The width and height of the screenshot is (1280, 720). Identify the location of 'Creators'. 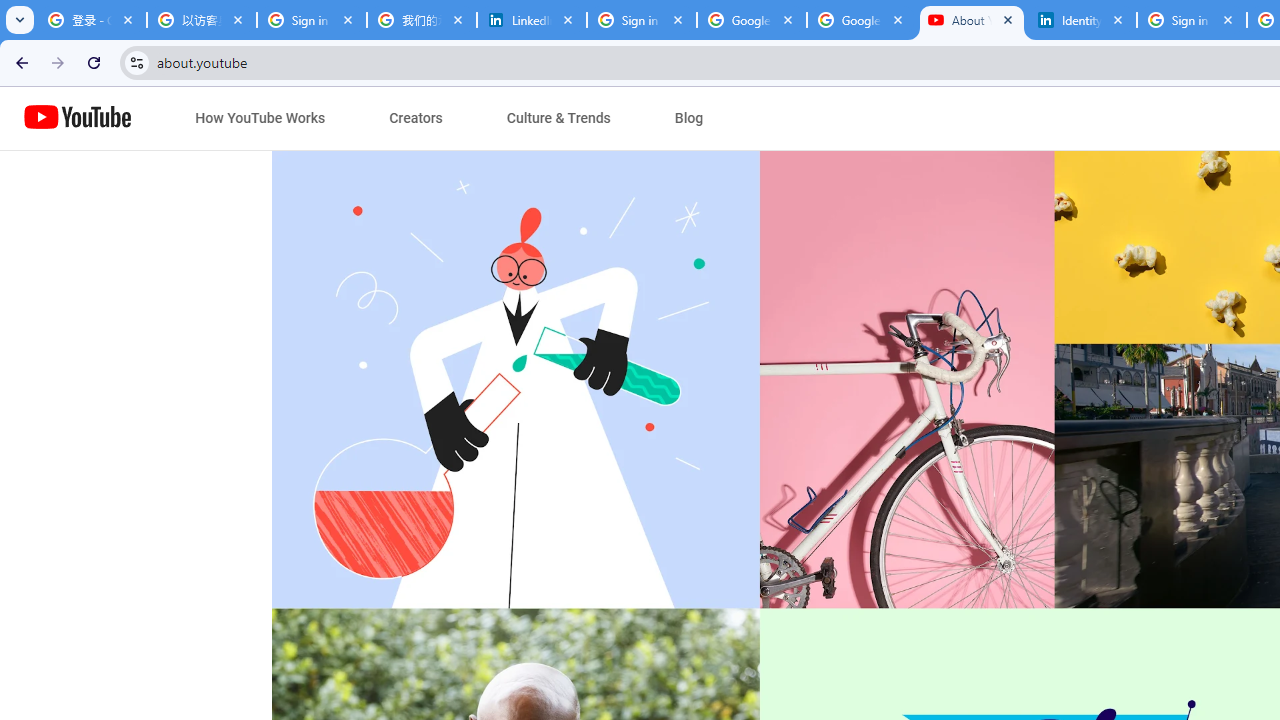
(415, 118).